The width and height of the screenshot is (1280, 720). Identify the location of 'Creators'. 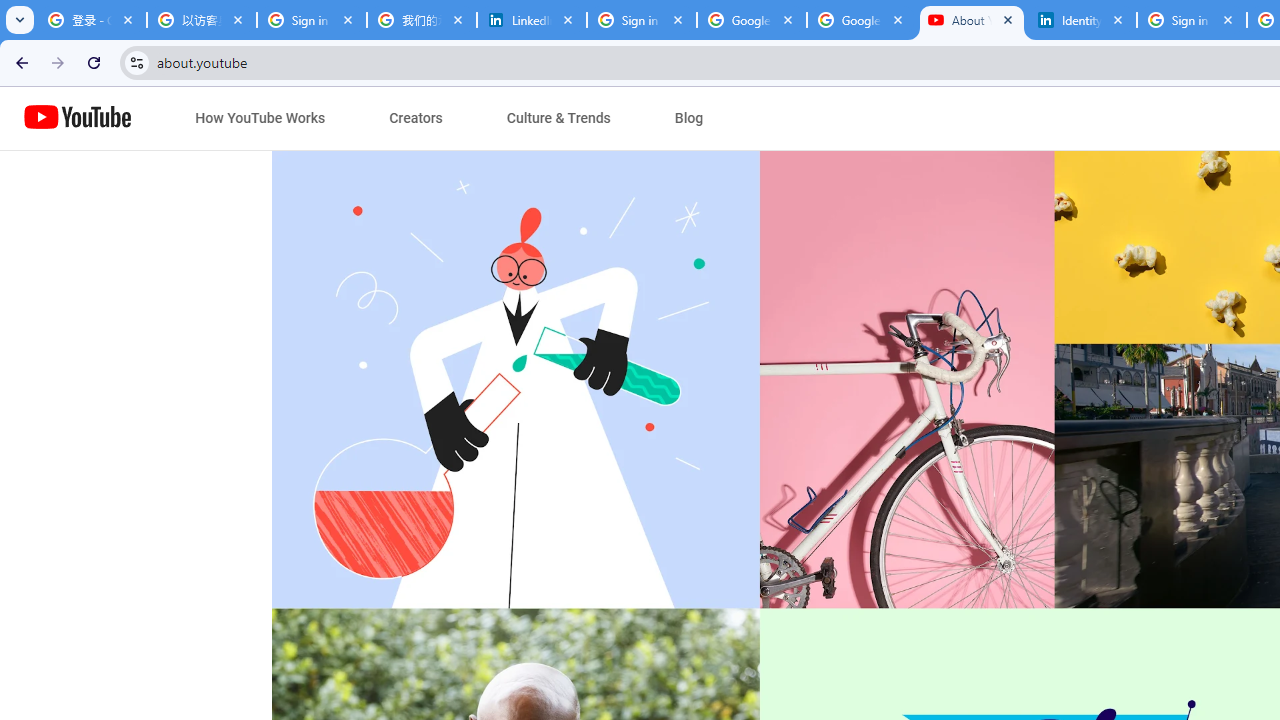
(415, 118).